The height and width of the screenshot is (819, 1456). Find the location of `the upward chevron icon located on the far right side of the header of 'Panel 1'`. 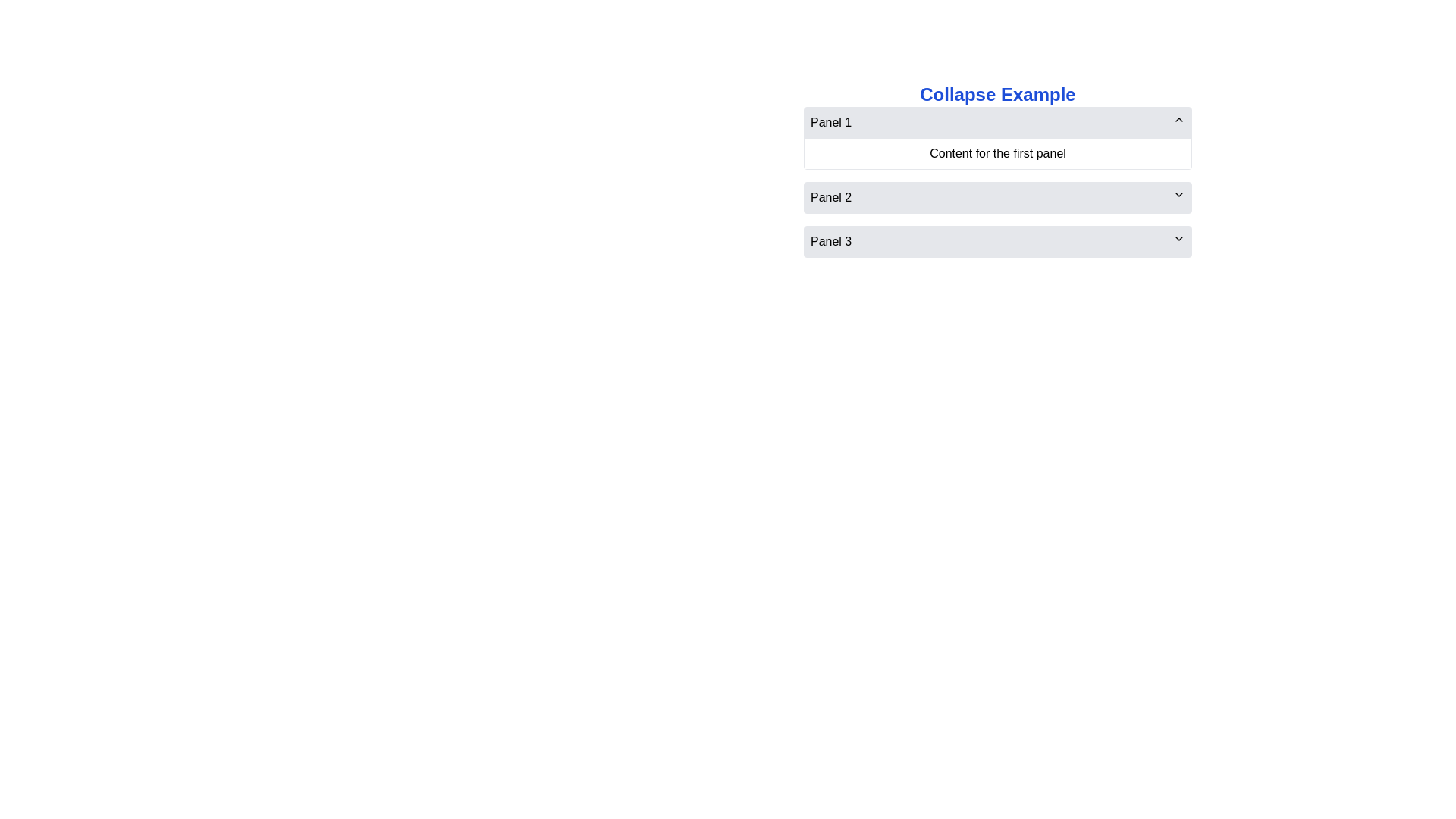

the upward chevron icon located on the far right side of the header of 'Panel 1' is located at coordinates (1178, 119).